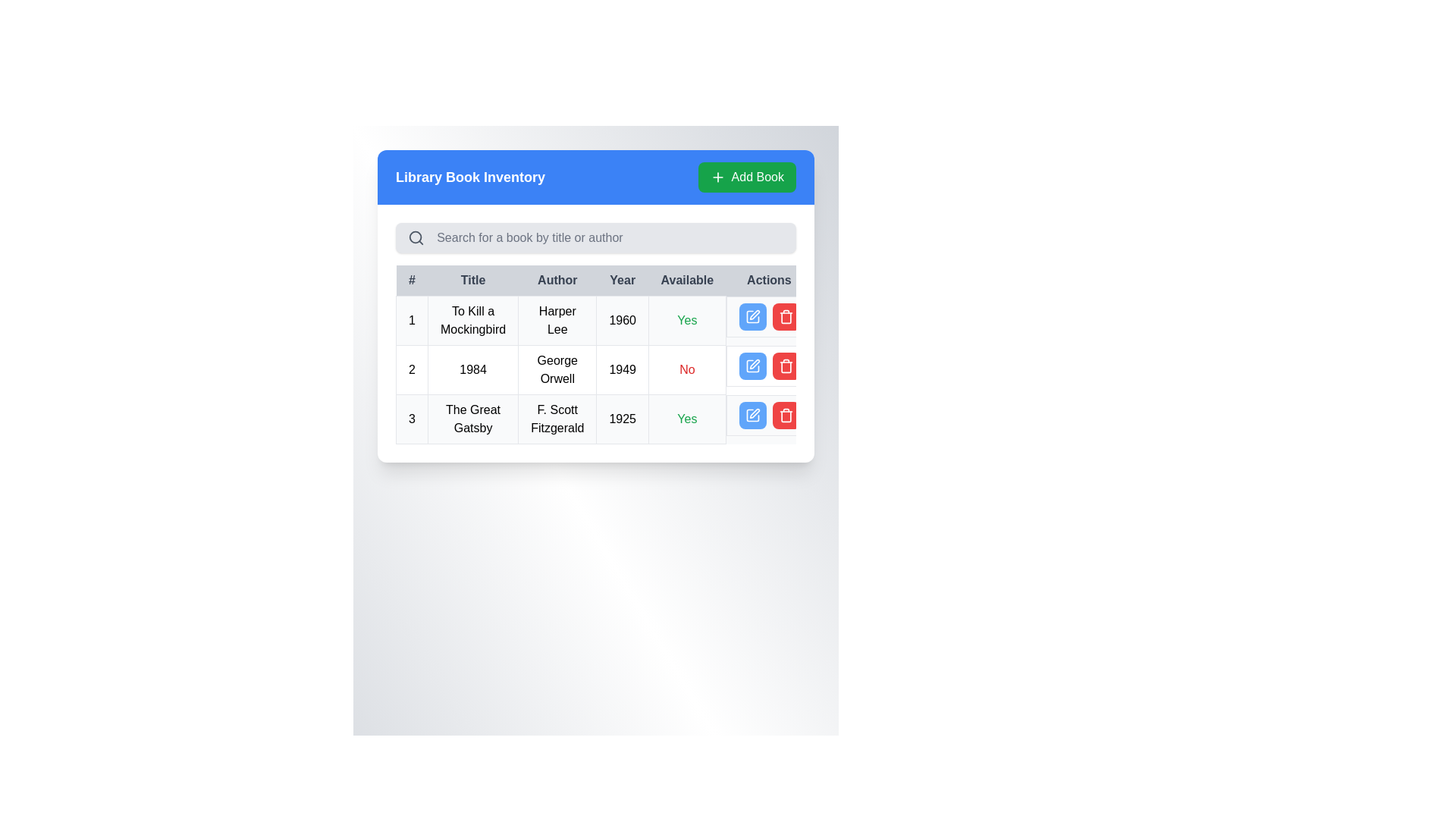  I want to click on the availability status text label located in the center column labeled 'Available' of the first row of the data table, which indicates 'Yes' to signify that the item is available, so click(686, 419).